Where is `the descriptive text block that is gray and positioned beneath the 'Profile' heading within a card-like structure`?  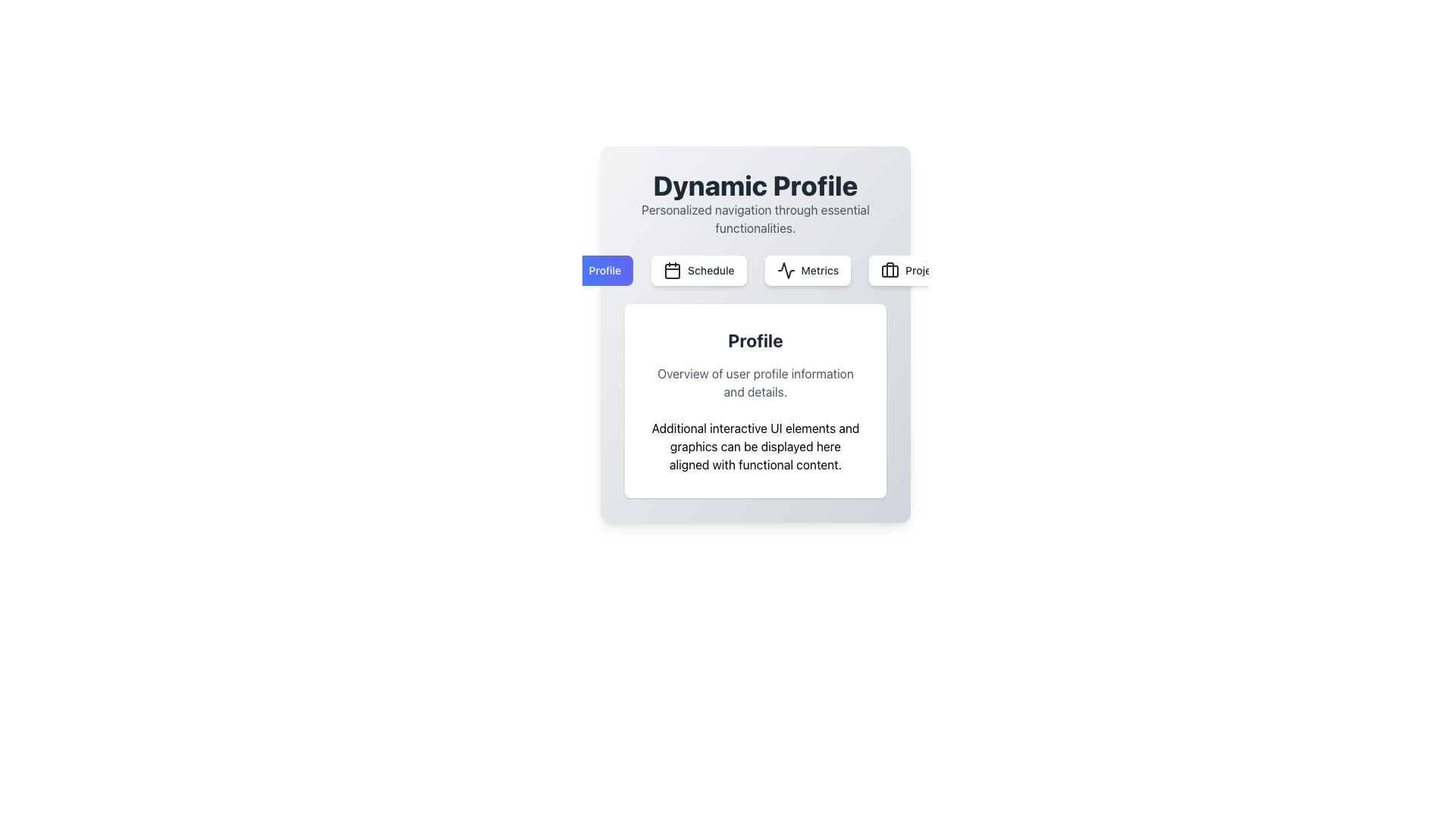
the descriptive text block that is gray and positioned beneath the 'Profile' heading within a card-like structure is located at coordinates (755, 382).